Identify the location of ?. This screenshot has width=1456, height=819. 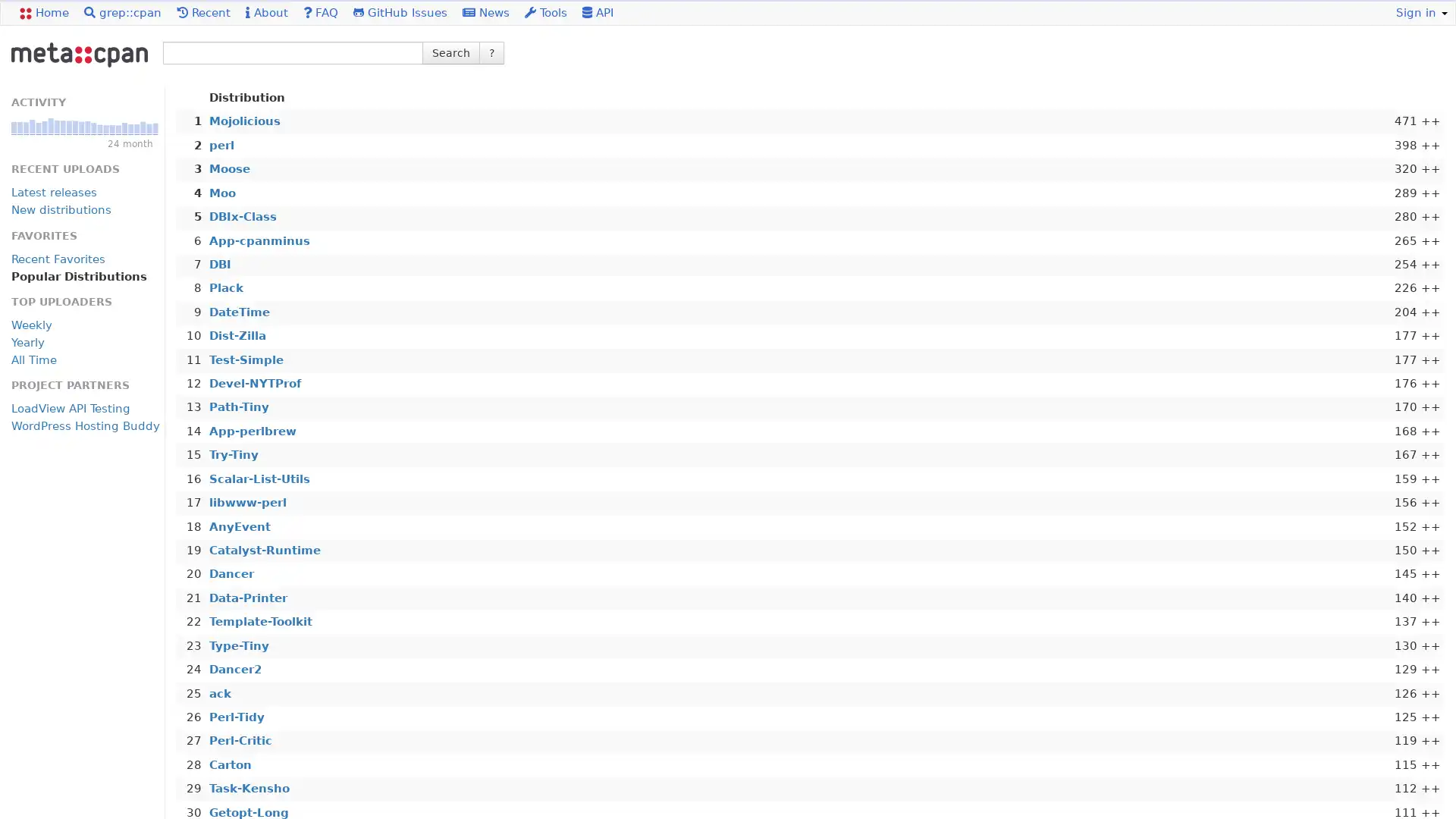
(491, 52).